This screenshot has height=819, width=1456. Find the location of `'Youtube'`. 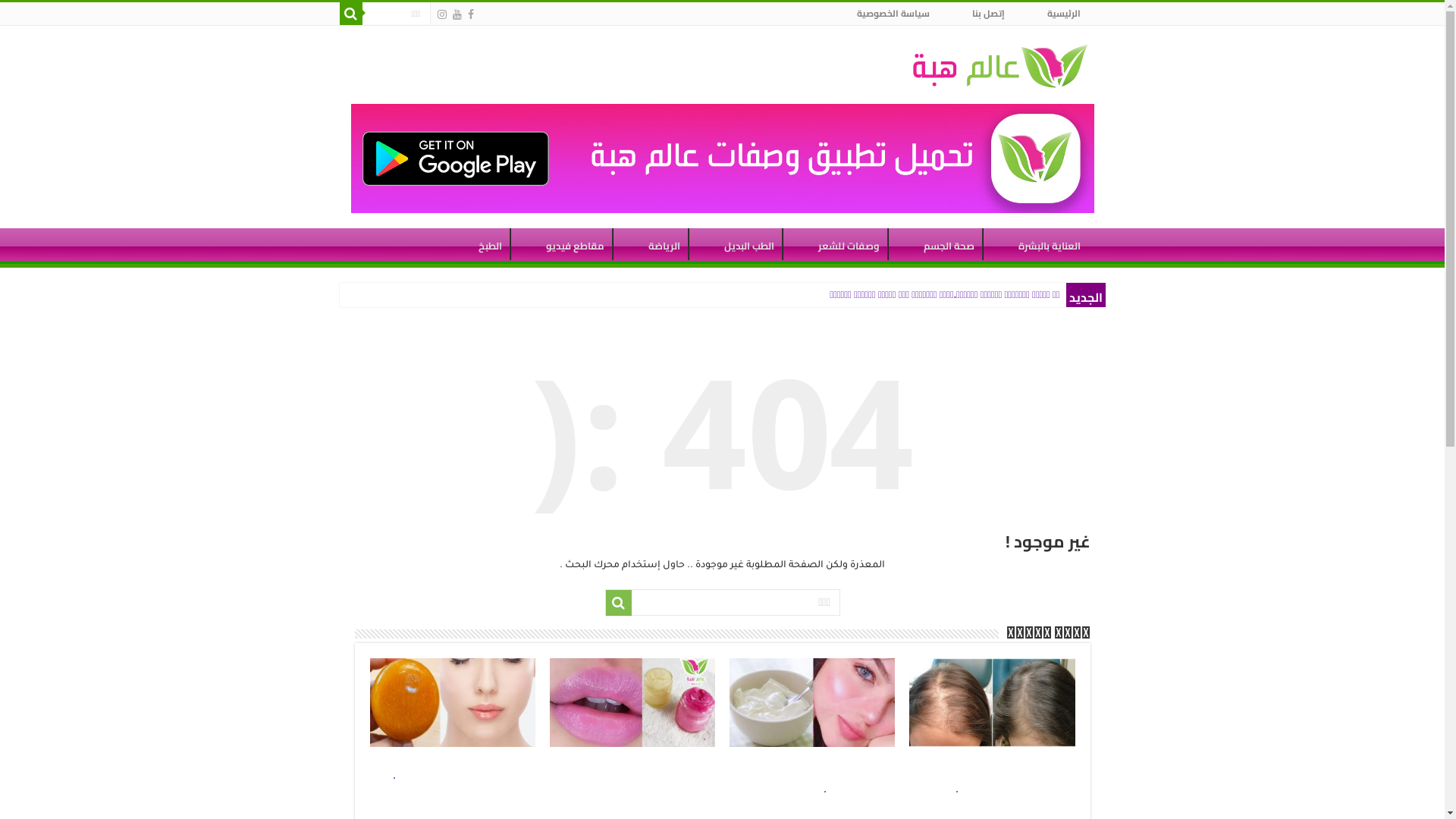

'Youtube' is located at coordinates (455, 14).